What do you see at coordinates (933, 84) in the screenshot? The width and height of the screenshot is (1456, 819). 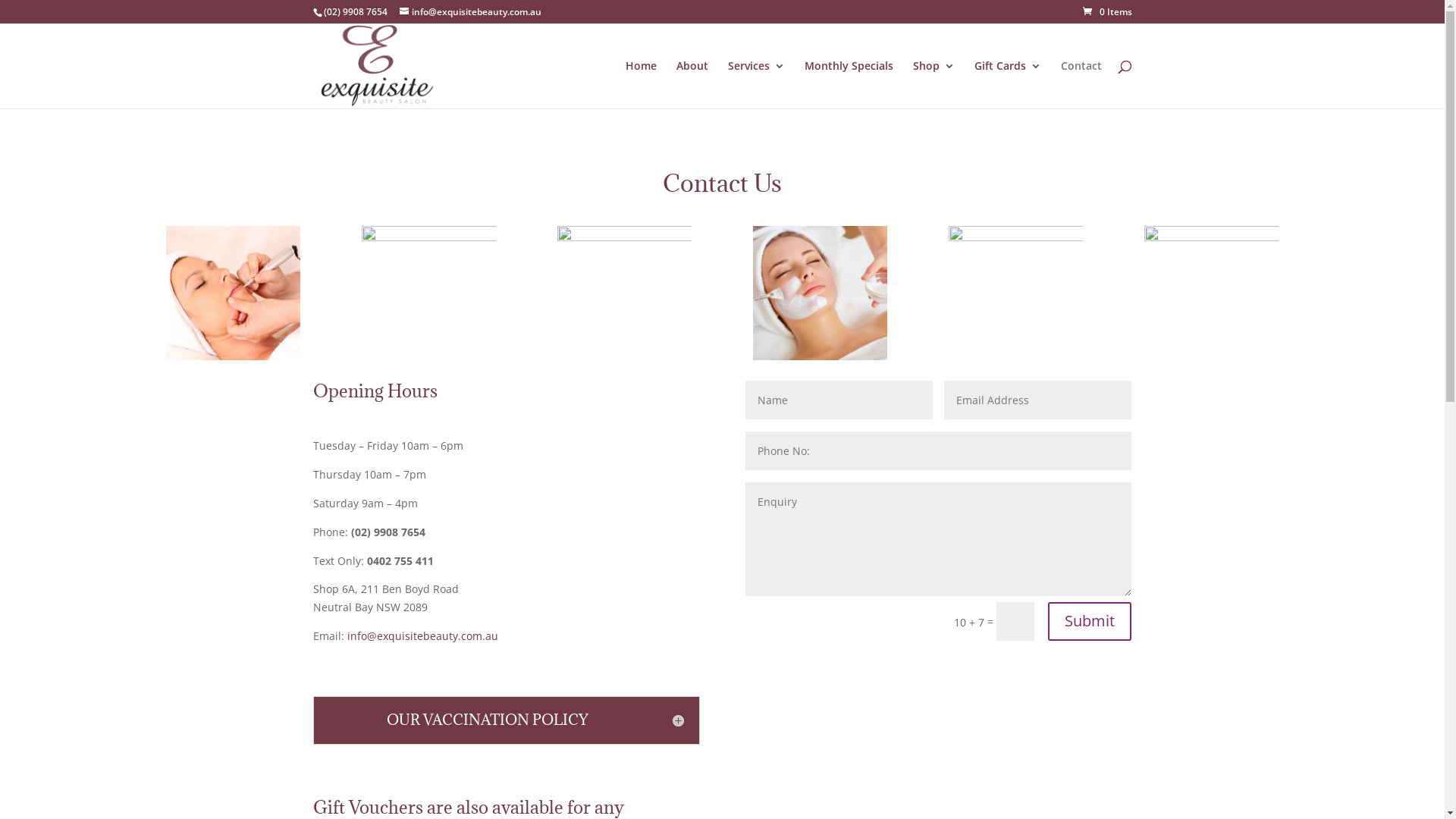 I see `'Shop'` at bounding box center [933, 84].